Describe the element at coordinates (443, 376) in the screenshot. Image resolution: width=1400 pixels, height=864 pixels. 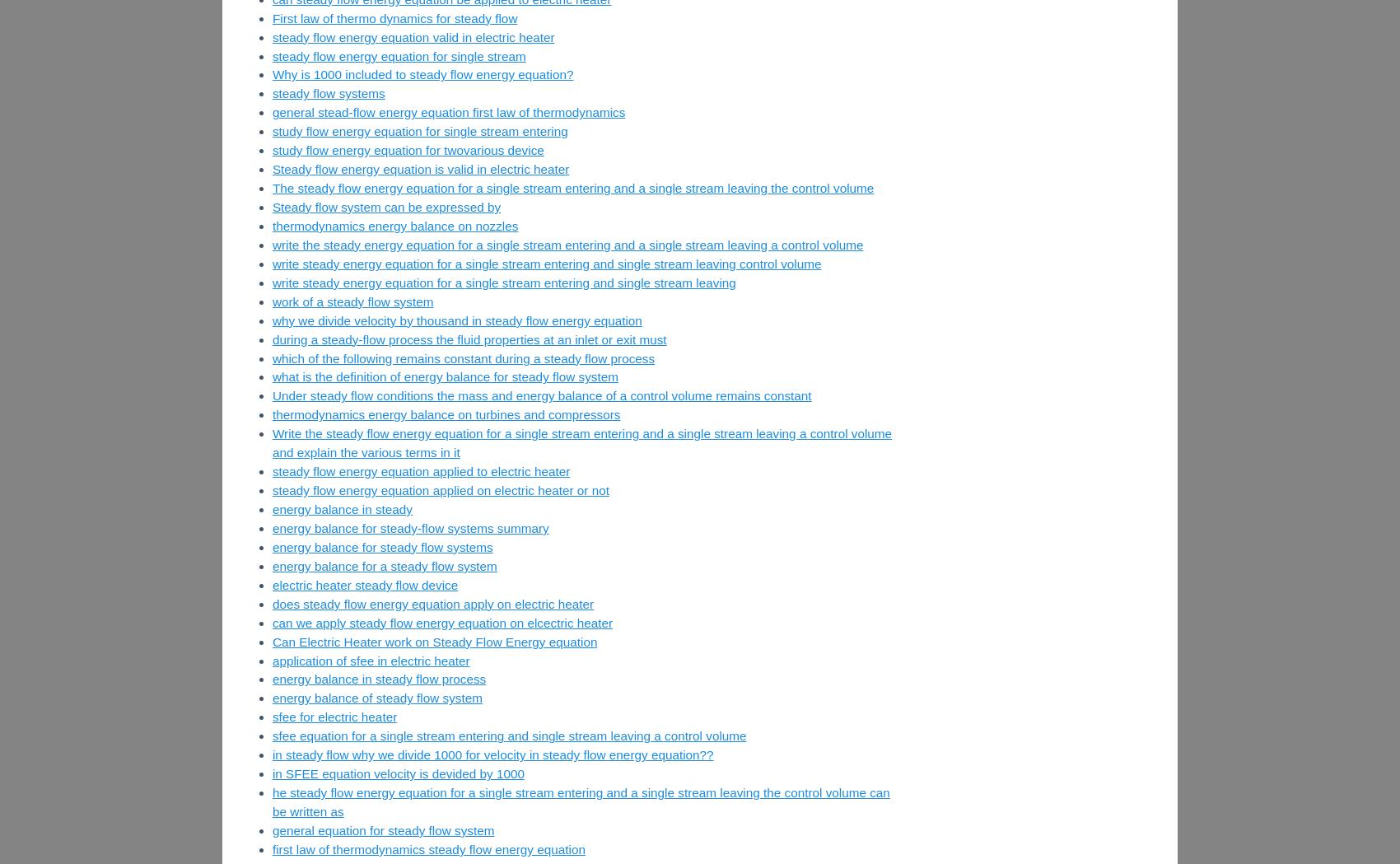
I see `'what is the definition of energy balance for steady flow system'` at that location.